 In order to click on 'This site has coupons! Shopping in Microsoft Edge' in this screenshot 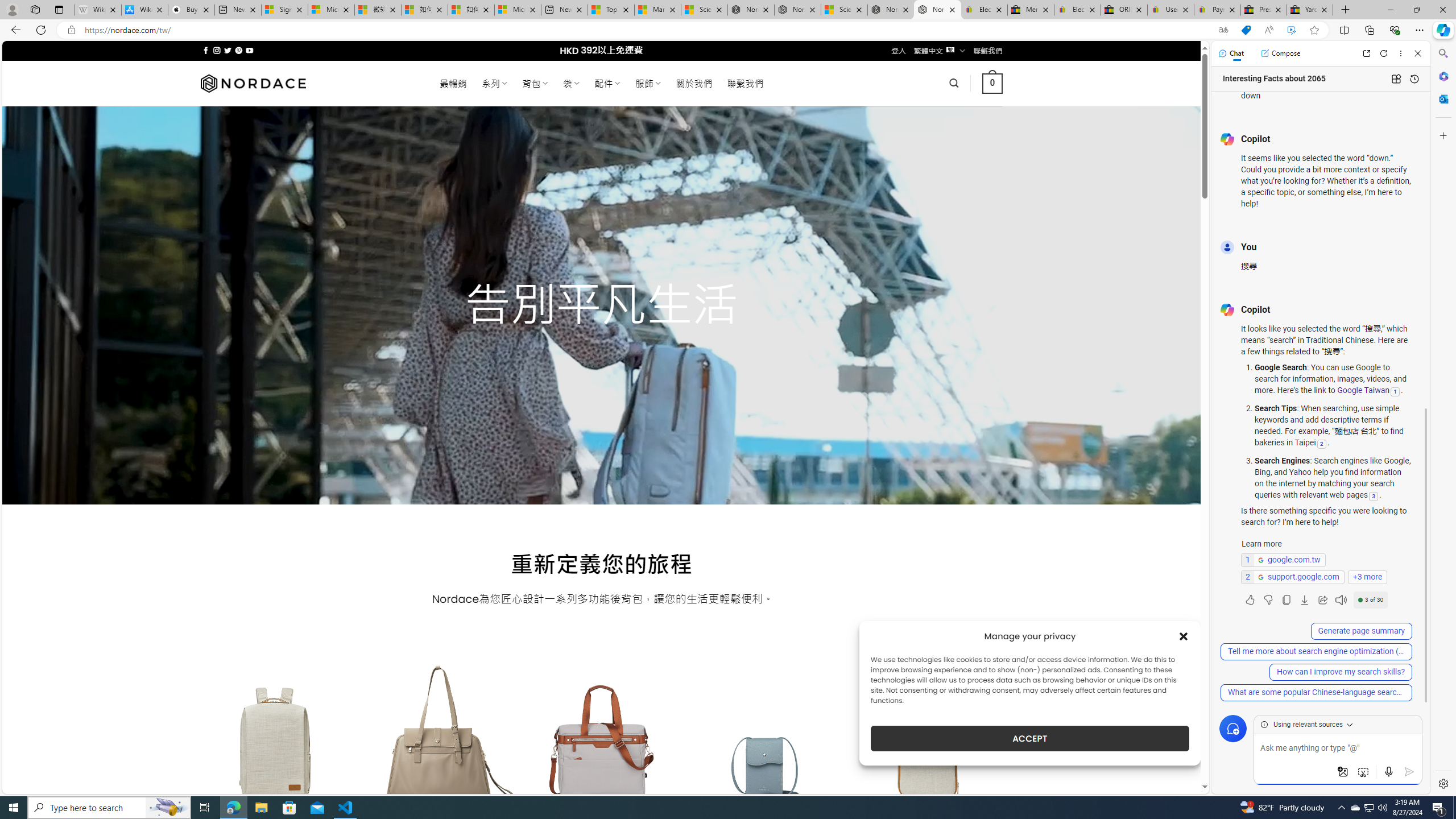, I will do `click(1246, 30)`.